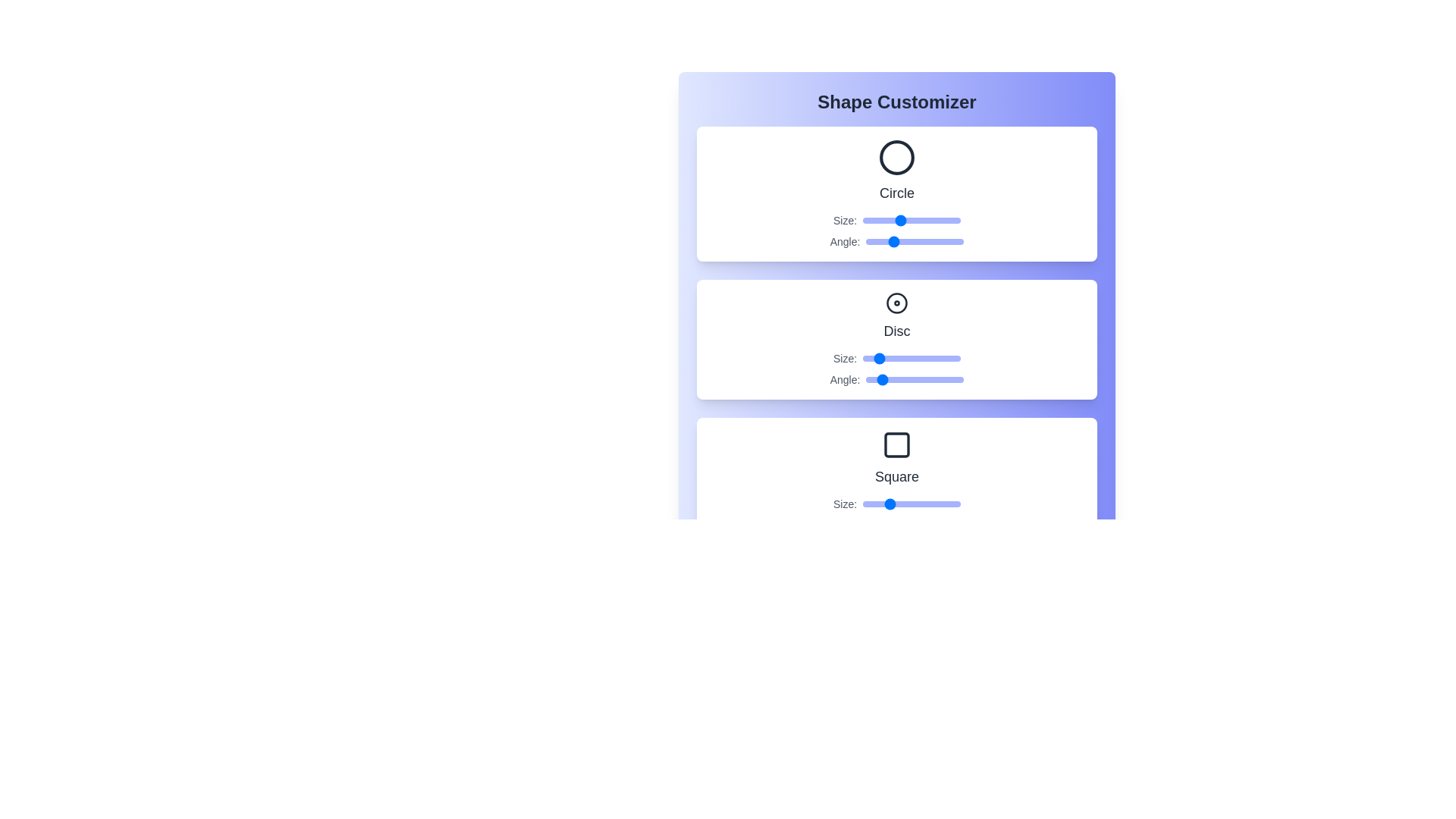 This screenshot has height=819, width=1456. Describe the element at coordinates (866, 525) in the screenshot. I see `the Square's angle slider to 0 degrees` at that location.